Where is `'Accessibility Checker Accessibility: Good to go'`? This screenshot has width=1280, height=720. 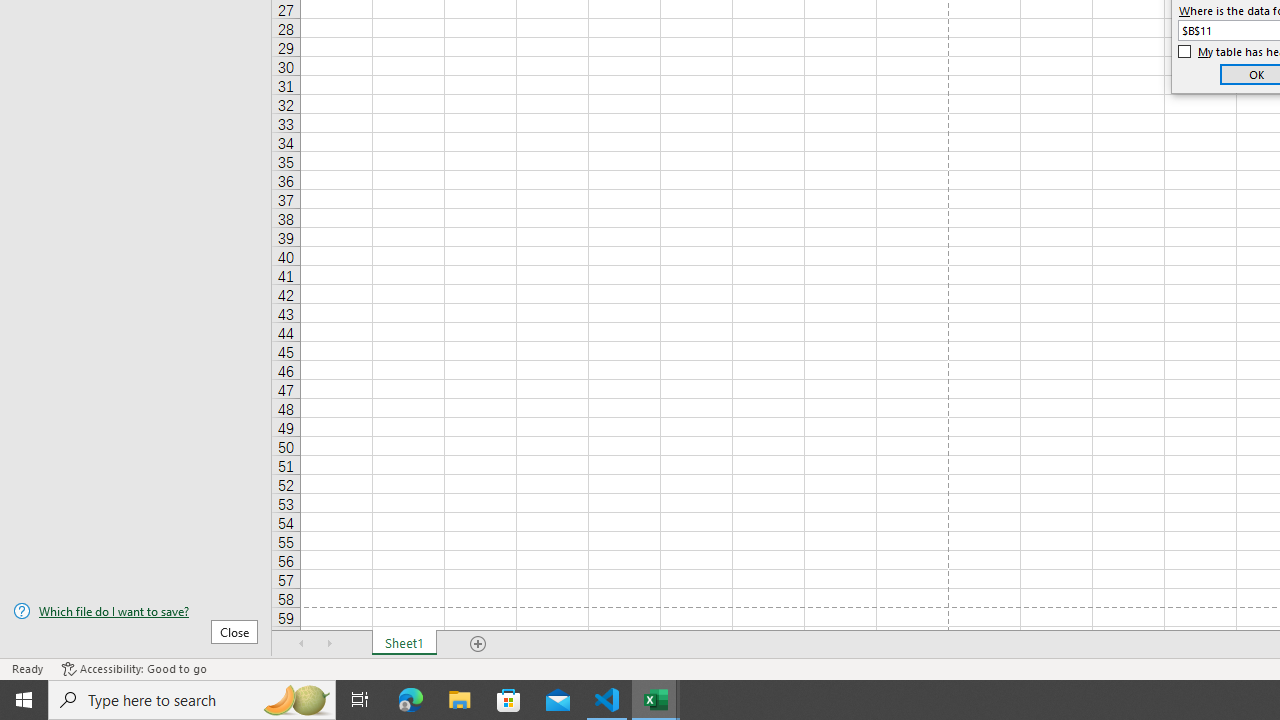 'Accessibility Checker Accessibility: Good to go' is located at coordinates (133, 669).